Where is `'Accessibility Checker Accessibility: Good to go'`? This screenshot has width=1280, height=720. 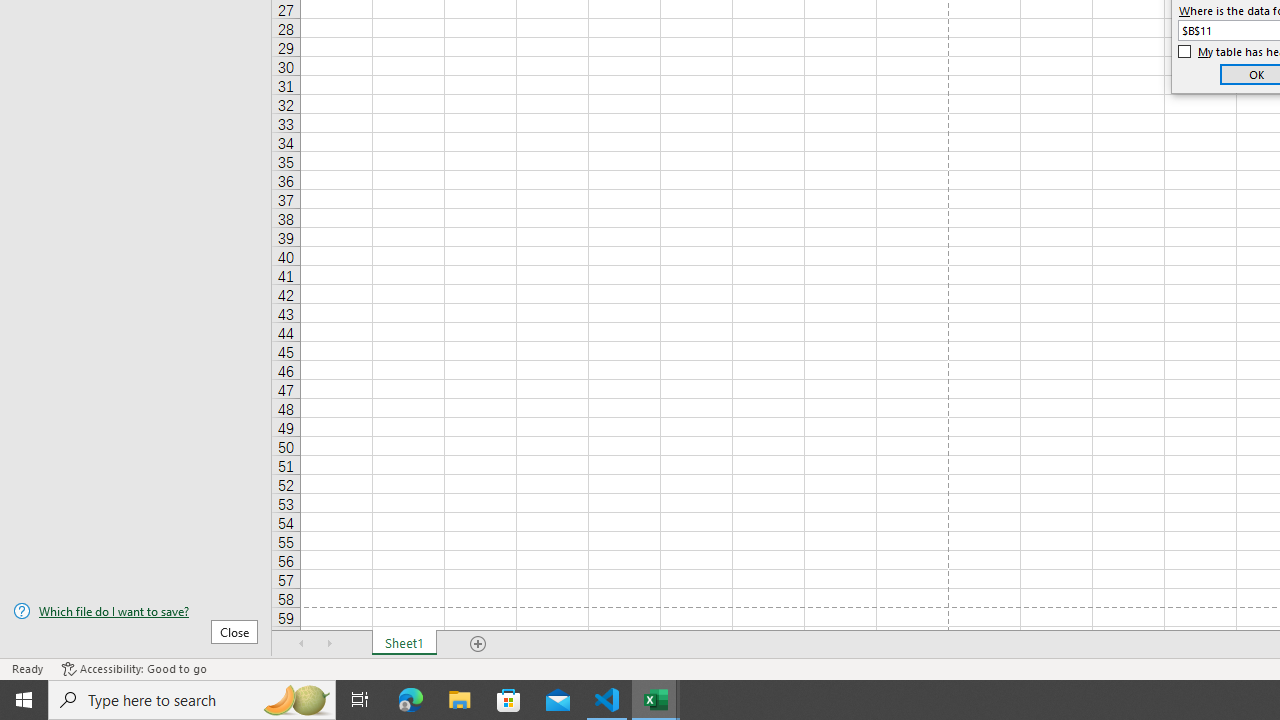 'Accessibility Checker Accessibility: Good to go' is located at coordinates (133, 669).